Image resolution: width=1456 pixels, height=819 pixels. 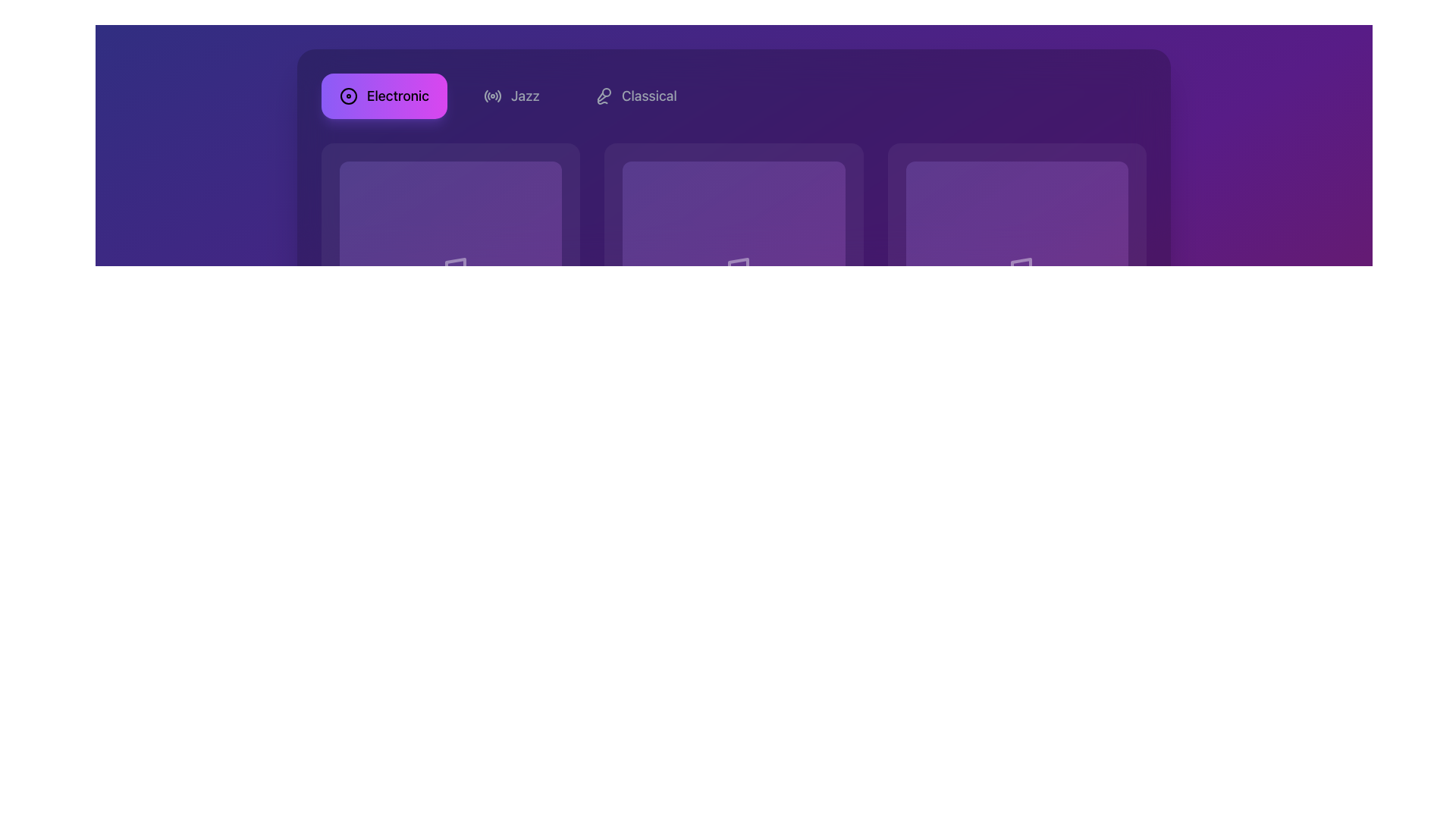 What do you see at coordinates (601, 96) in the screenshot?
I see `the graphical icon located to the right of the 'Jazz' text and adjacent to the 'Classical' label in the top navigation menu for interaction` at bounding box center [601, 96].